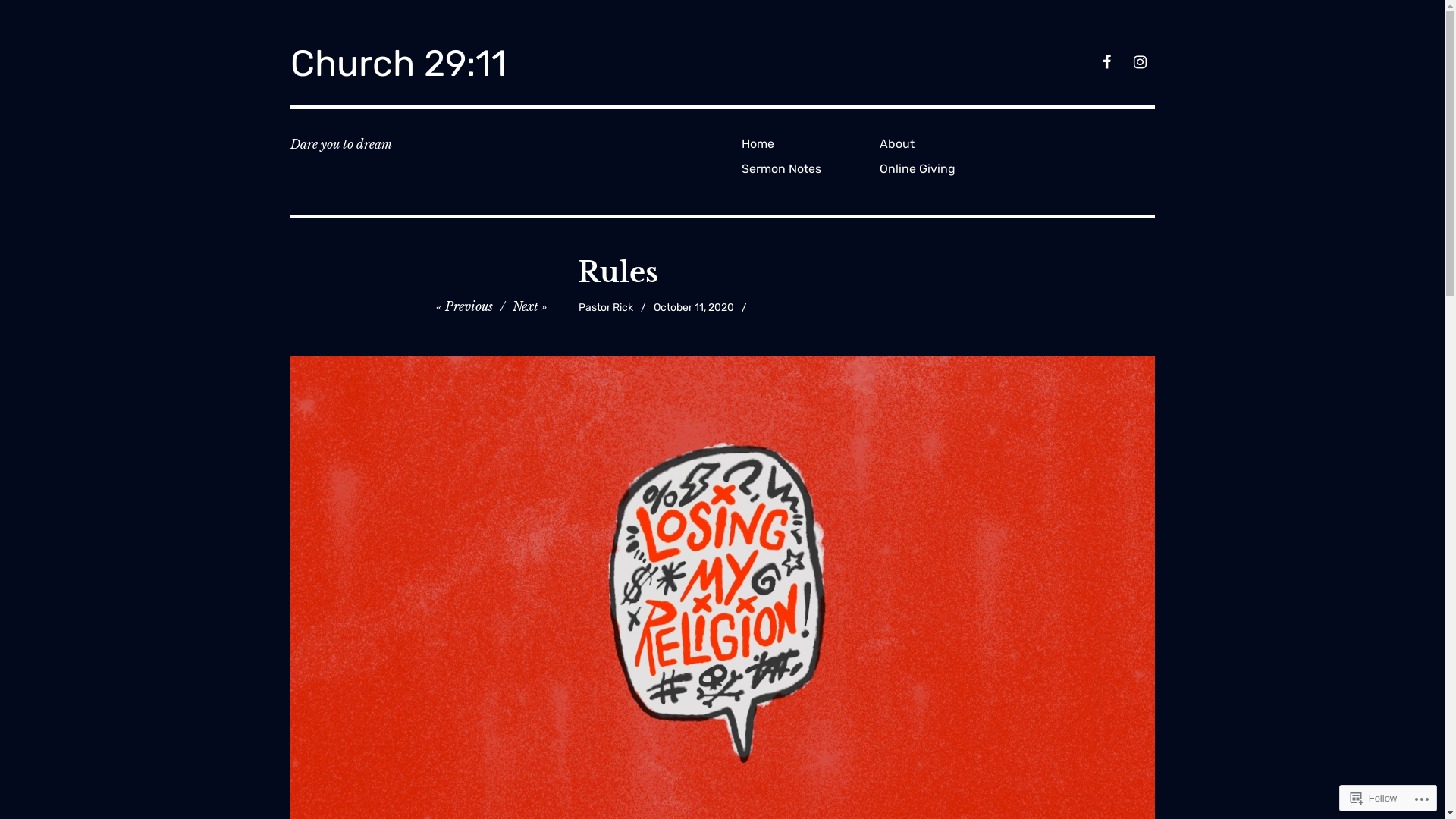 The width and height of the screenshot is (1456, 819). Describe the element at coordinates (1374, 797) in the screenshot. I see `'Follow'` at that location.